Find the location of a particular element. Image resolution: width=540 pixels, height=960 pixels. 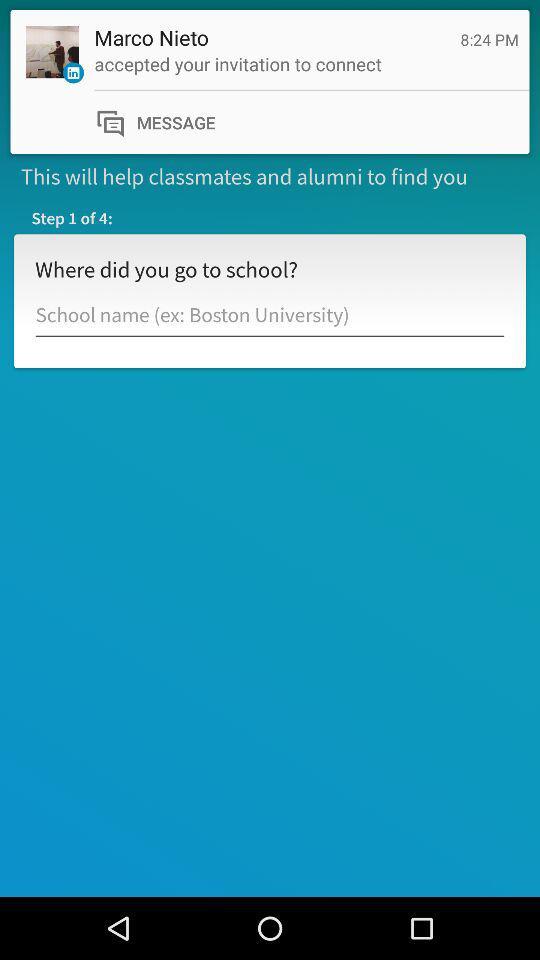

school name is located at coordinates (270, 315).